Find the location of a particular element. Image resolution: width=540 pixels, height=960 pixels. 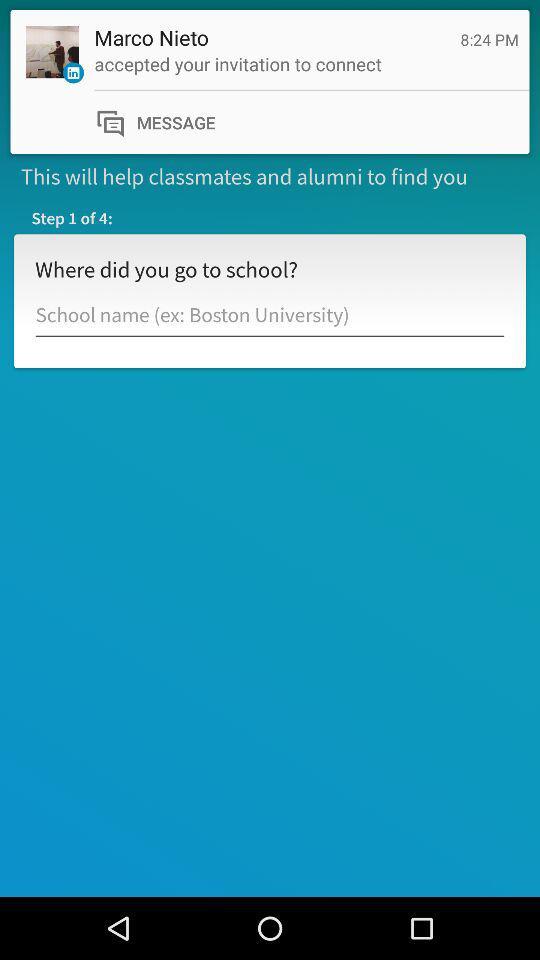

school name is located at coordinates (270, 315).